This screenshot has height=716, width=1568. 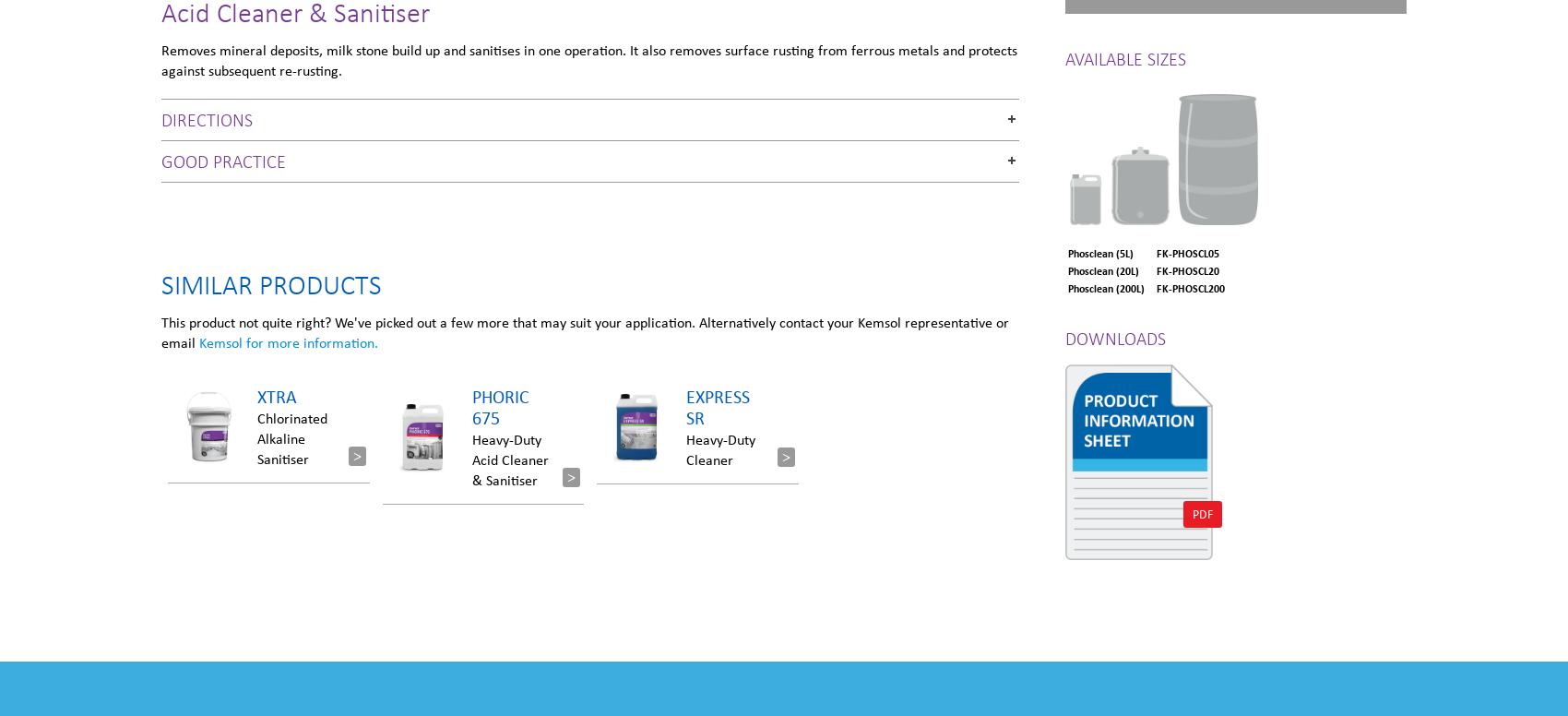 What do you see at coordinates (589, 58) in the screenshot?
I see `'Removes mineral deposits, milk stone build up and sanitises in one operation. It also removes surface rusting from ferrous metals and protects against subsequent re-rusting.'` at bounding box center [589, 58].